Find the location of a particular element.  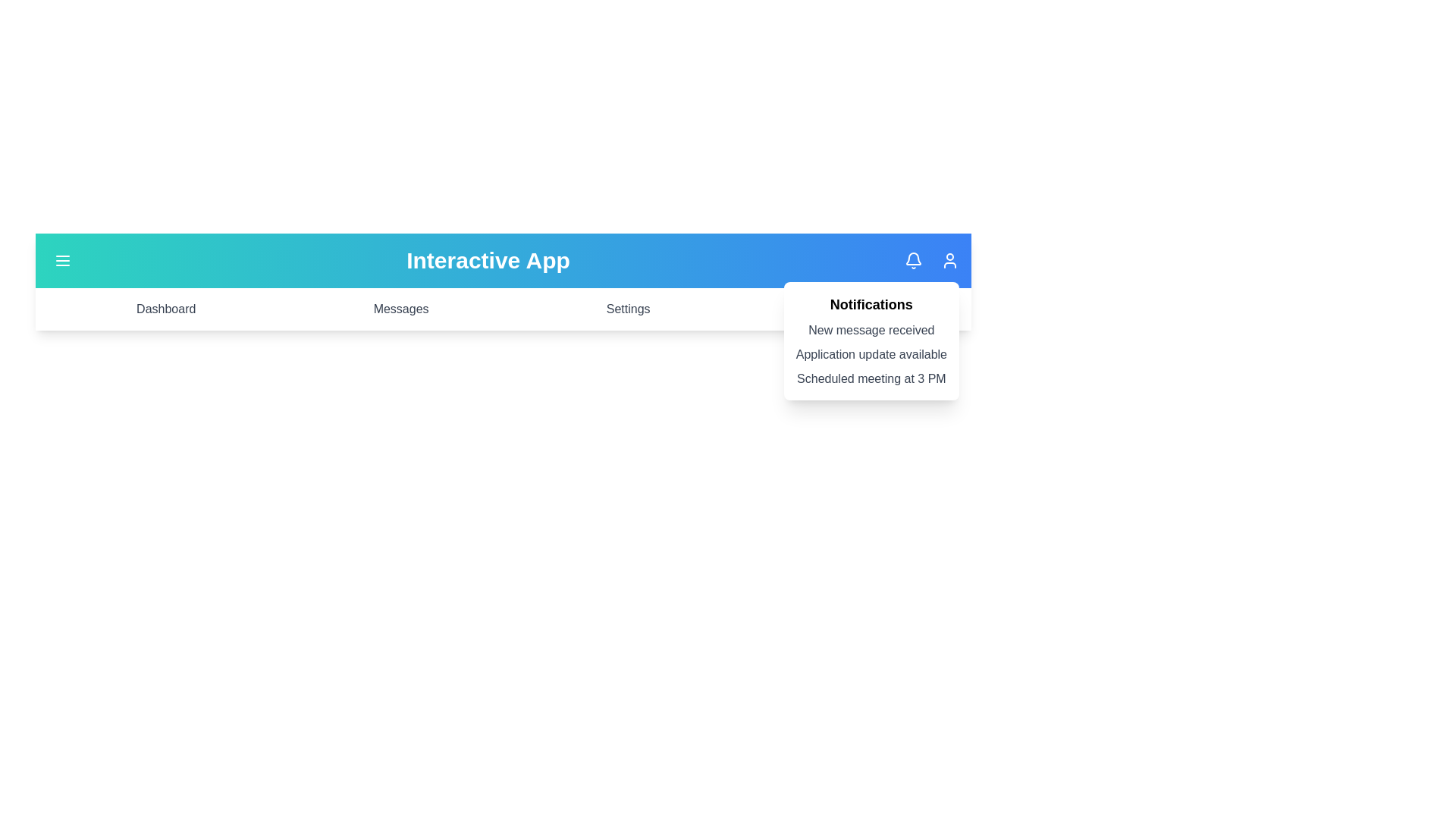

the menu item Settings from the app bar is located at coordinates (628, 309).